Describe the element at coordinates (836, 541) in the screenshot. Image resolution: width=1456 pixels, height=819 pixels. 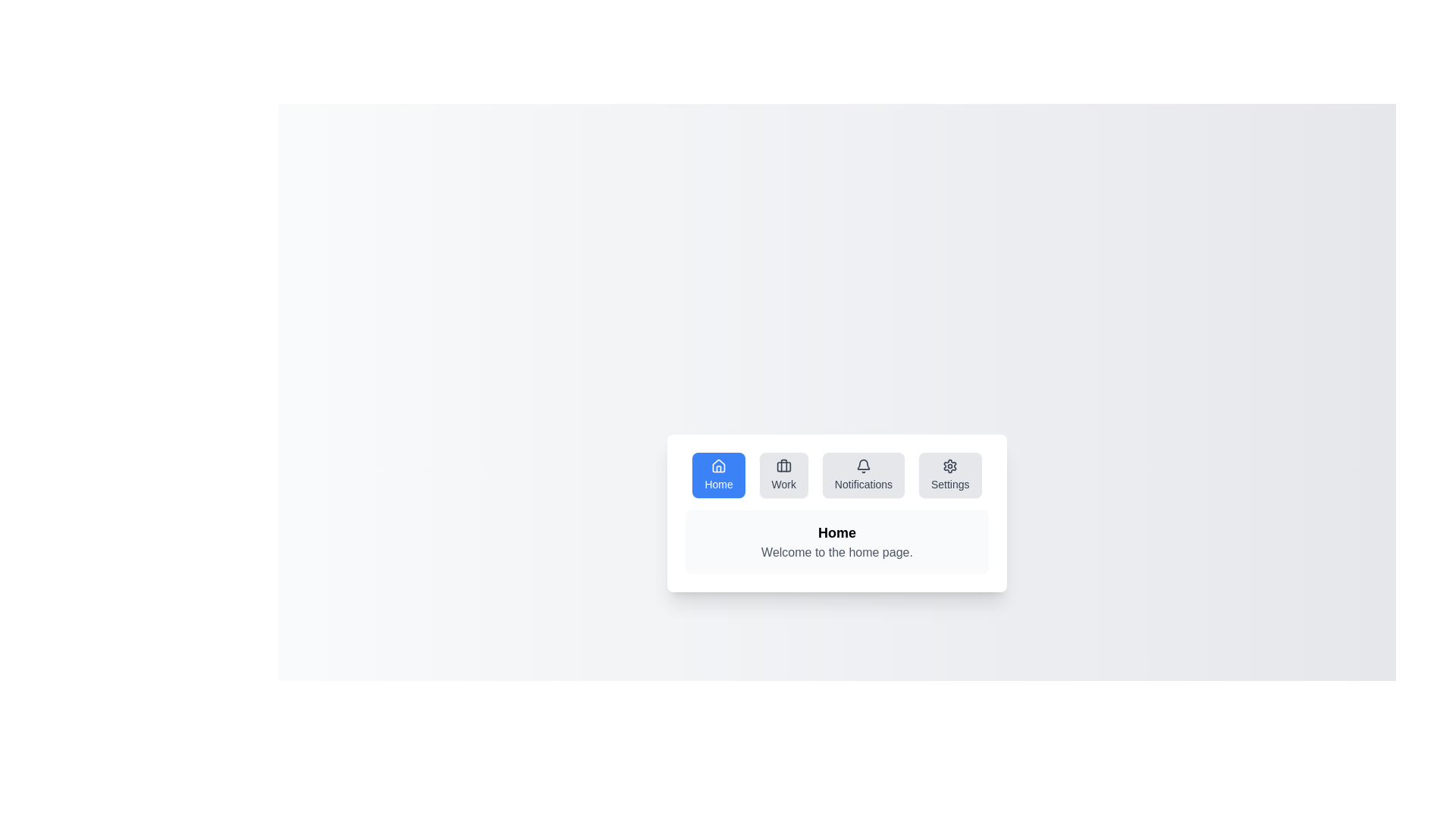
I see `the text display area that has a light gray background with rounded corners, featuring the title 'Home' and the subtitle 'Welcome to the home page.'` at that location.